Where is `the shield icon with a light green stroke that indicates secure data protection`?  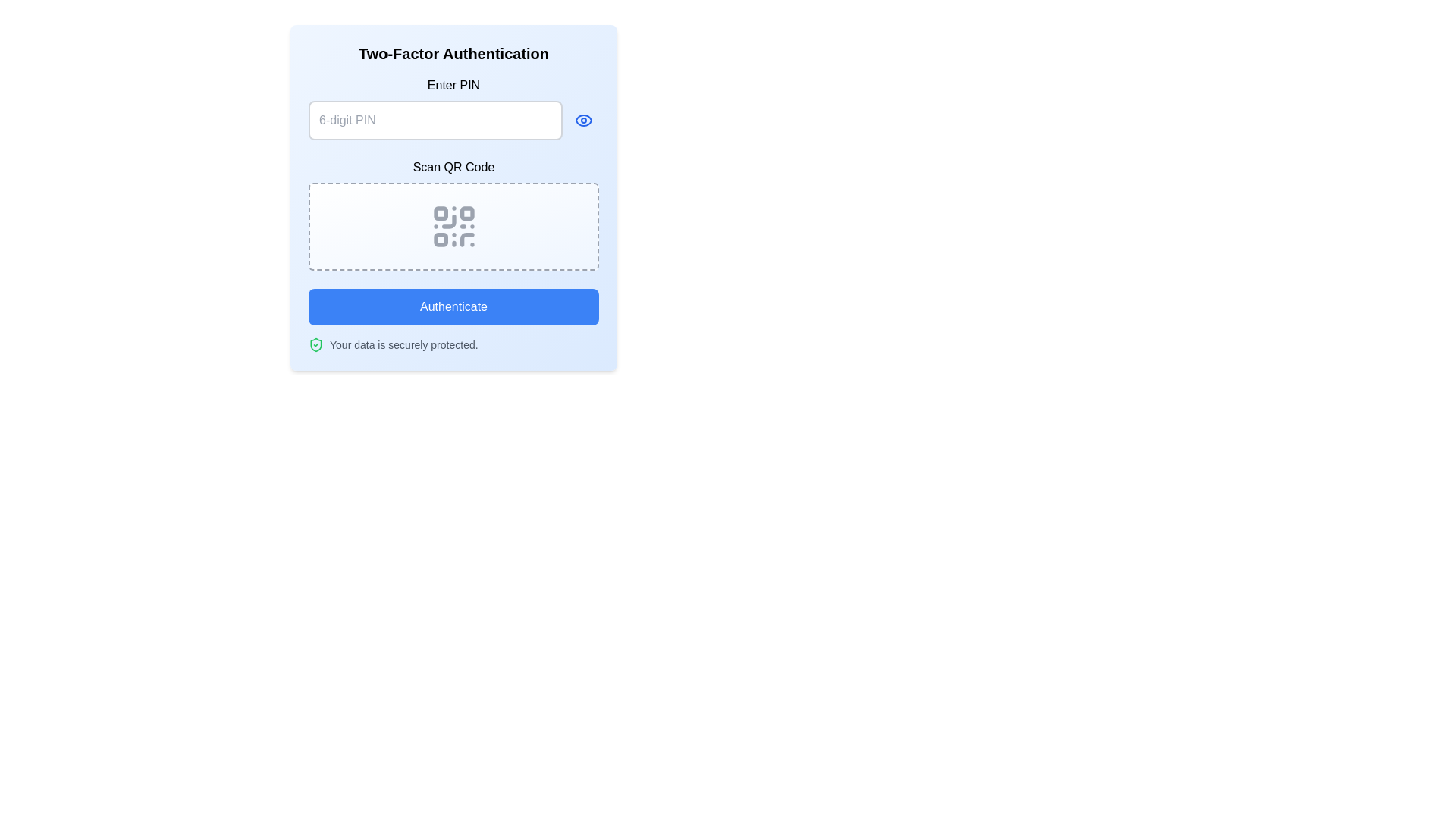 the shield icon with a light green stroke that indicates secure data protection is located at coordinates (315, 345).